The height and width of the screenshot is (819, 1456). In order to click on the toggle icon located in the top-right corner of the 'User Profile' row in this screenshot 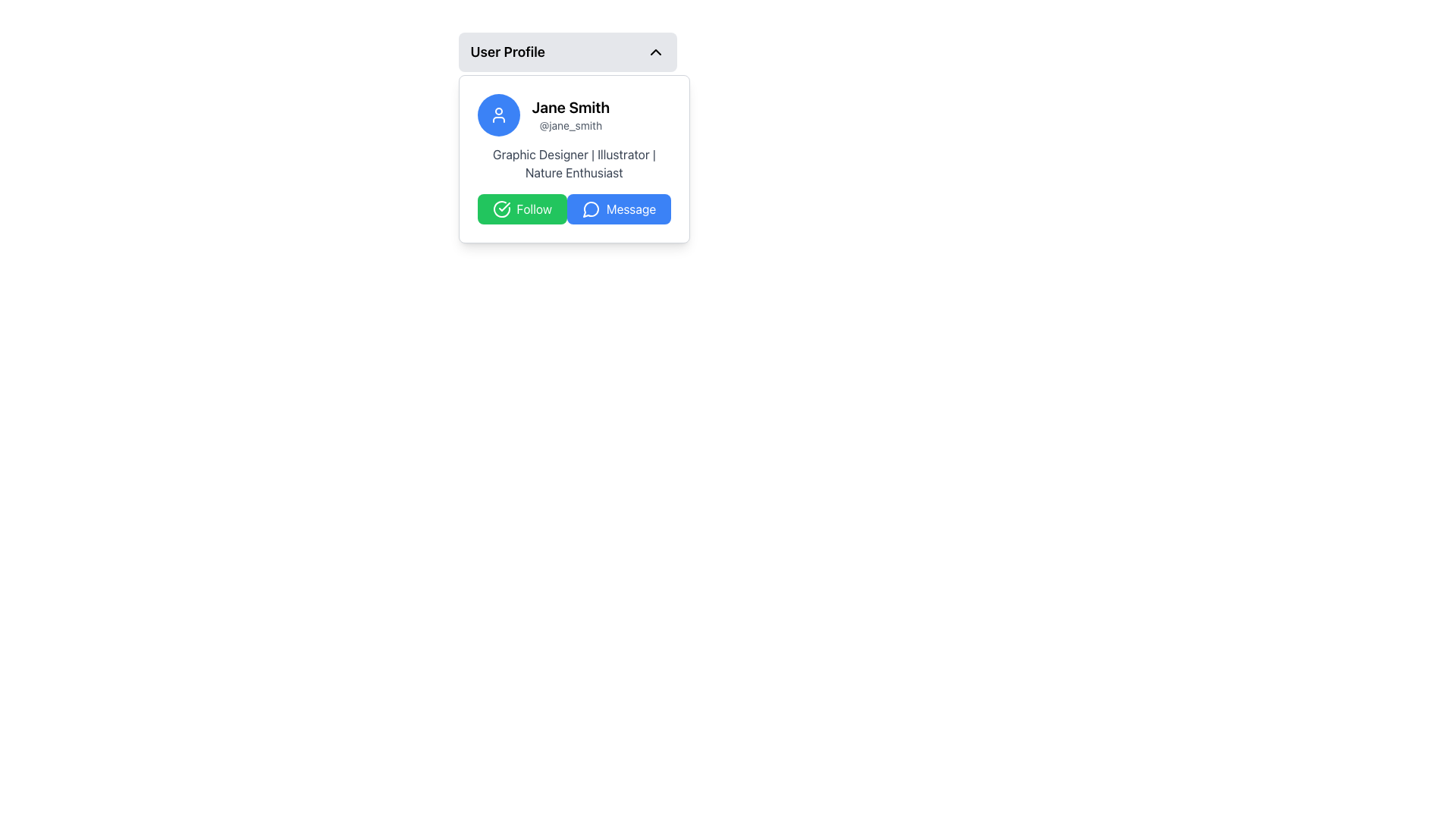, I will do `click(655, 52)`.